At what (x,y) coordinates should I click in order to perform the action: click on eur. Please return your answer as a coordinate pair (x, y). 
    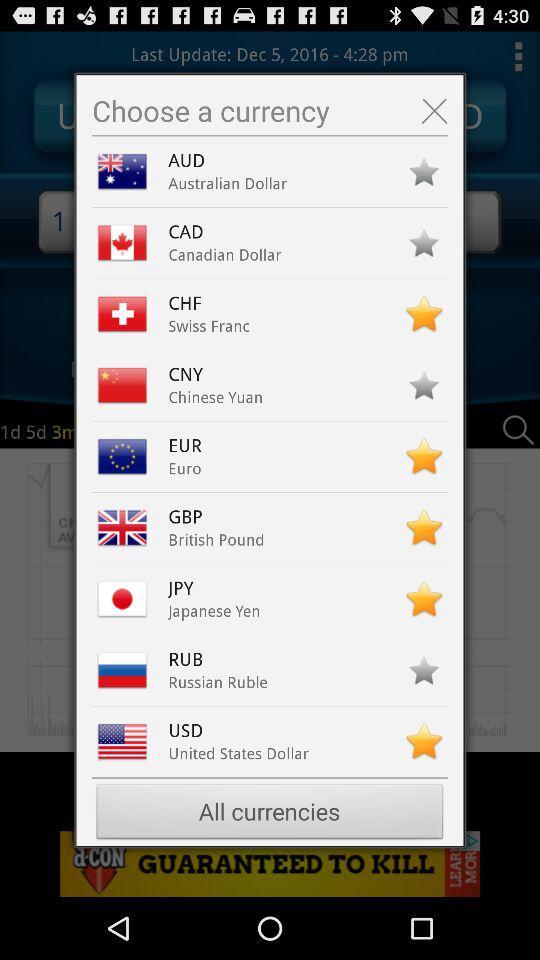
    Looking at the image, I should click on (190, 445).